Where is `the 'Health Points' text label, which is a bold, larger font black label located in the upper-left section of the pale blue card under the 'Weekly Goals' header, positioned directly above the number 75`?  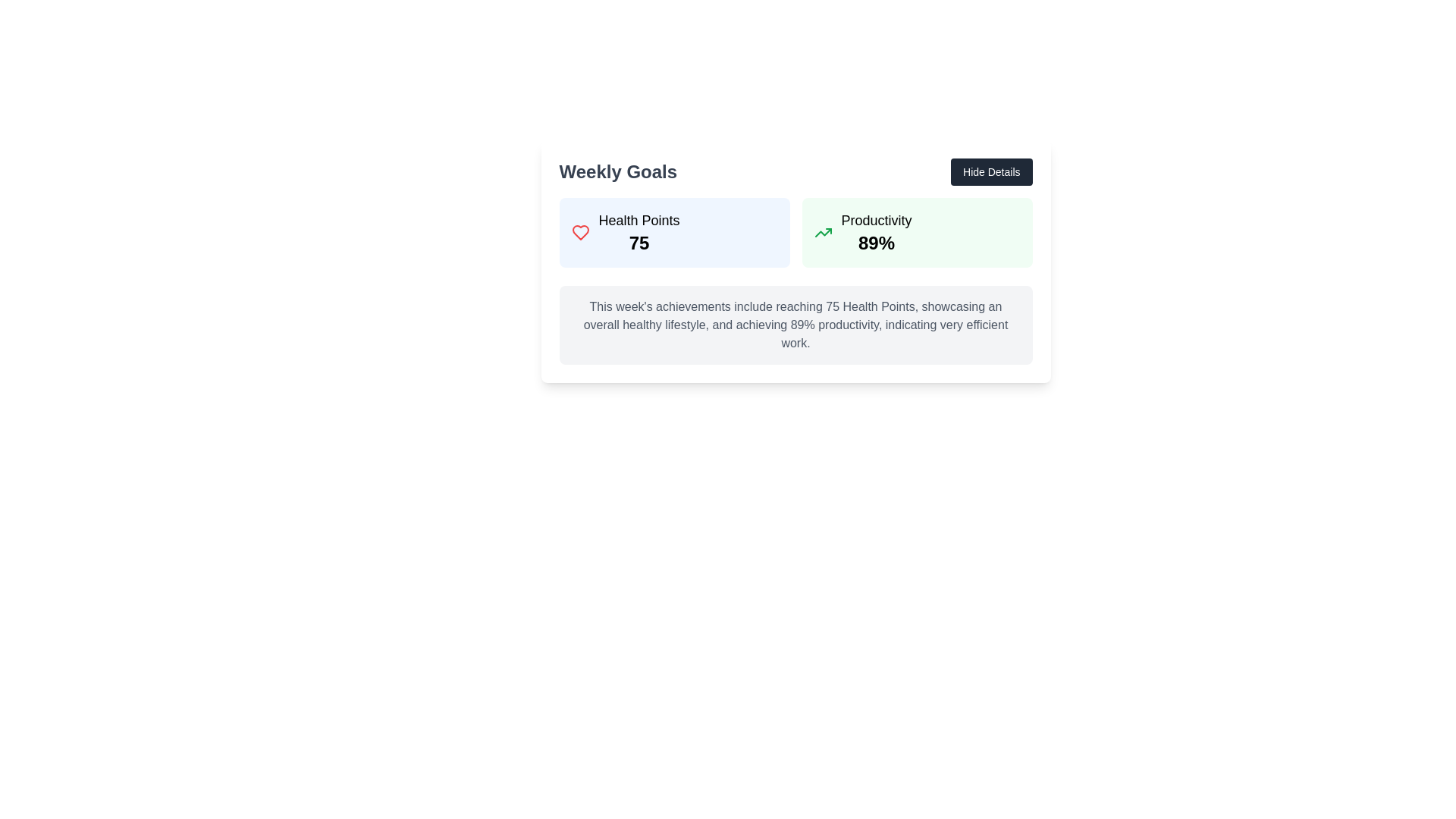 the 'Health Points' text label, which is a bold, larger font black label located in the upper-left section of the pale blue card under the 'Weekly Goals' header, positioned directly above the number 75 is located at coordinates (639, 220).